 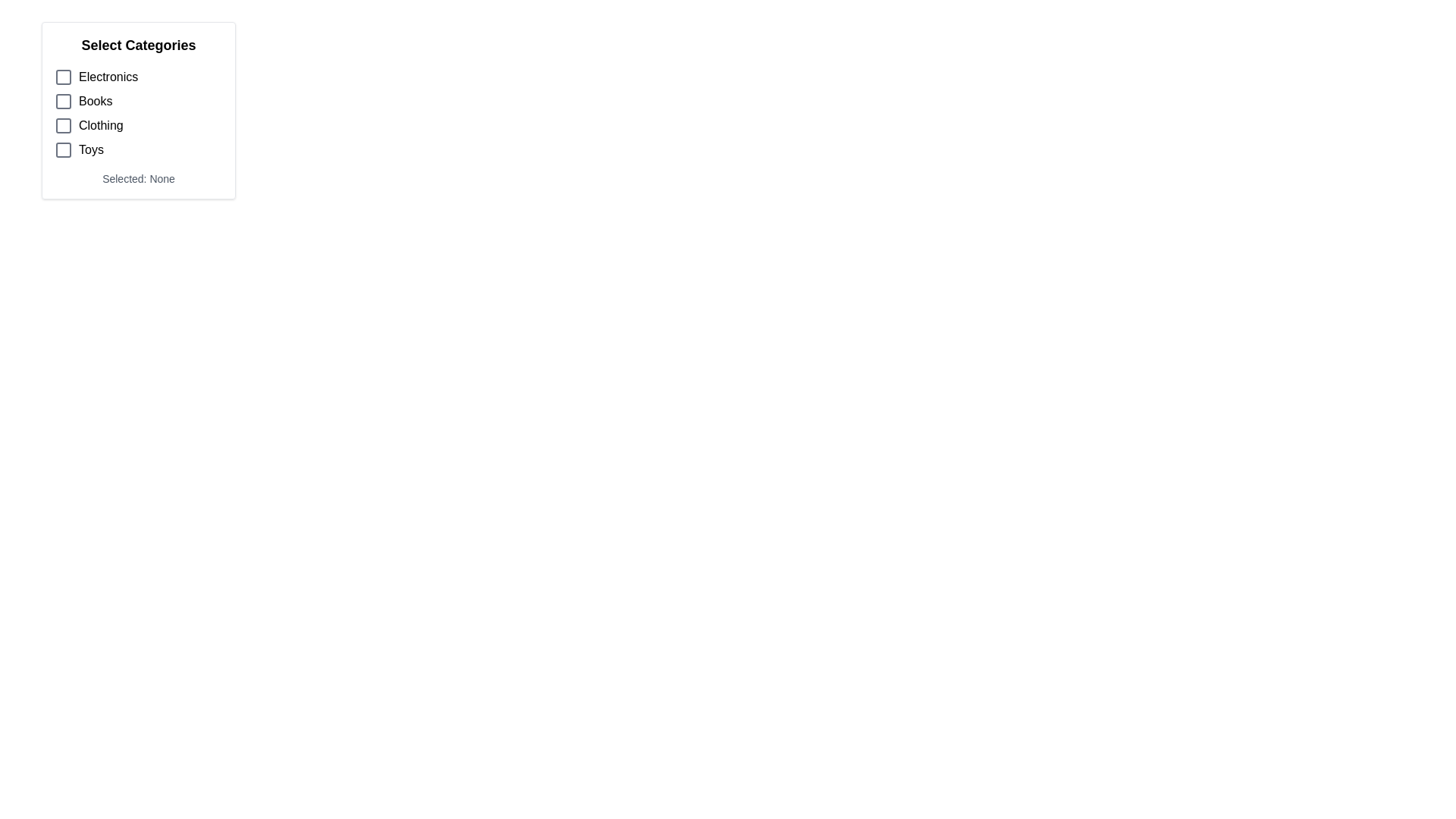 What do you see at coordinates (62, 77) in the screenshot?
I see `the checkbox located next` at bounding box center [62, 77].